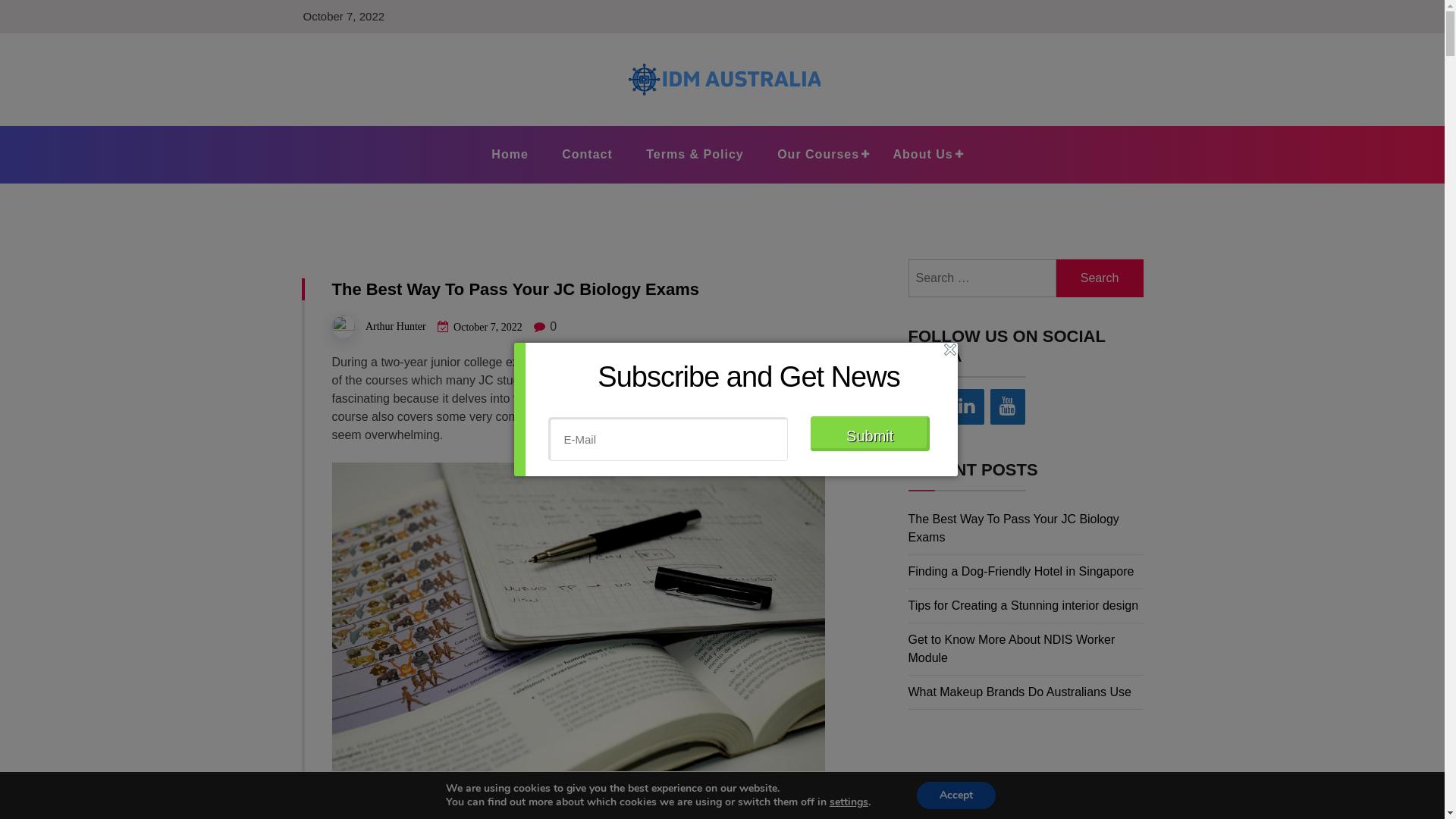 Image resolution: width=1456 pixels, height=819 pixels. I want to click on 'Accept', so click(955, 795).